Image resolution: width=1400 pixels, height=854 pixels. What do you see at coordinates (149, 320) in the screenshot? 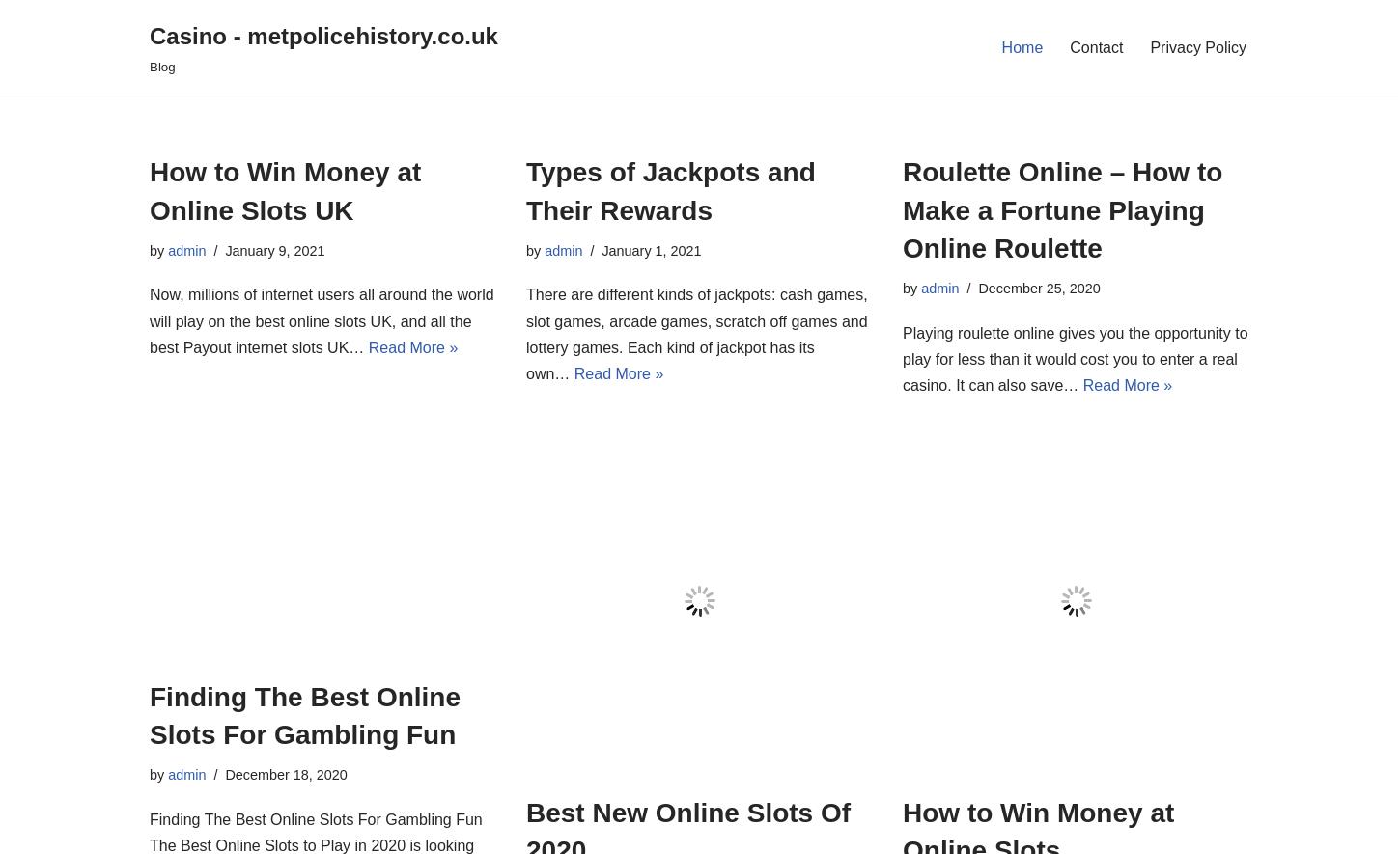
I see `'Now, millions of internet users all around the world will play on the best online slots UK, and all the best Payout internet slots UK…'` at bounding box center [149, 320].